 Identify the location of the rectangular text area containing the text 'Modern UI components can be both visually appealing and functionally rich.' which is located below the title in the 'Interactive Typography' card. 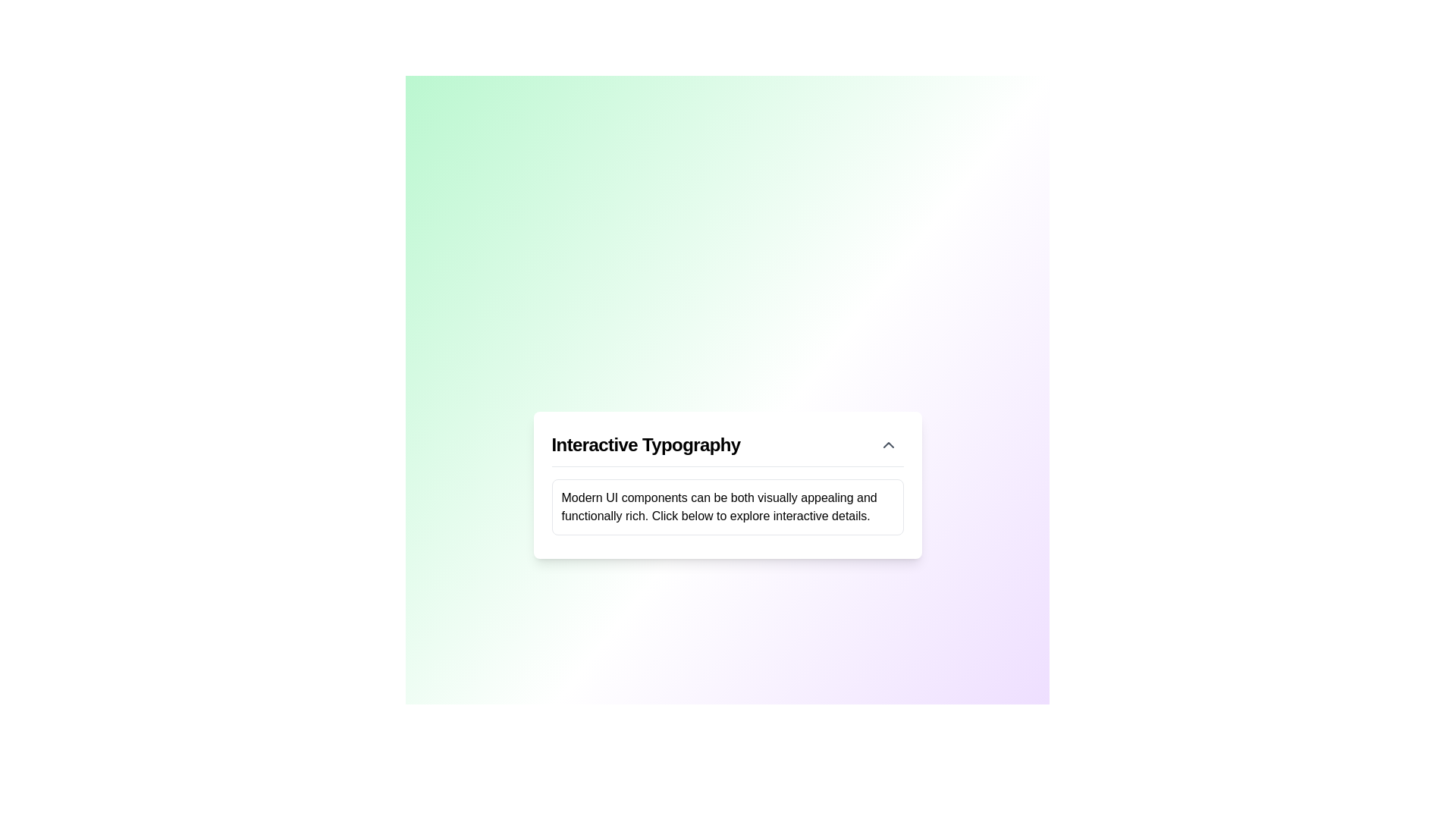
(726, 507).